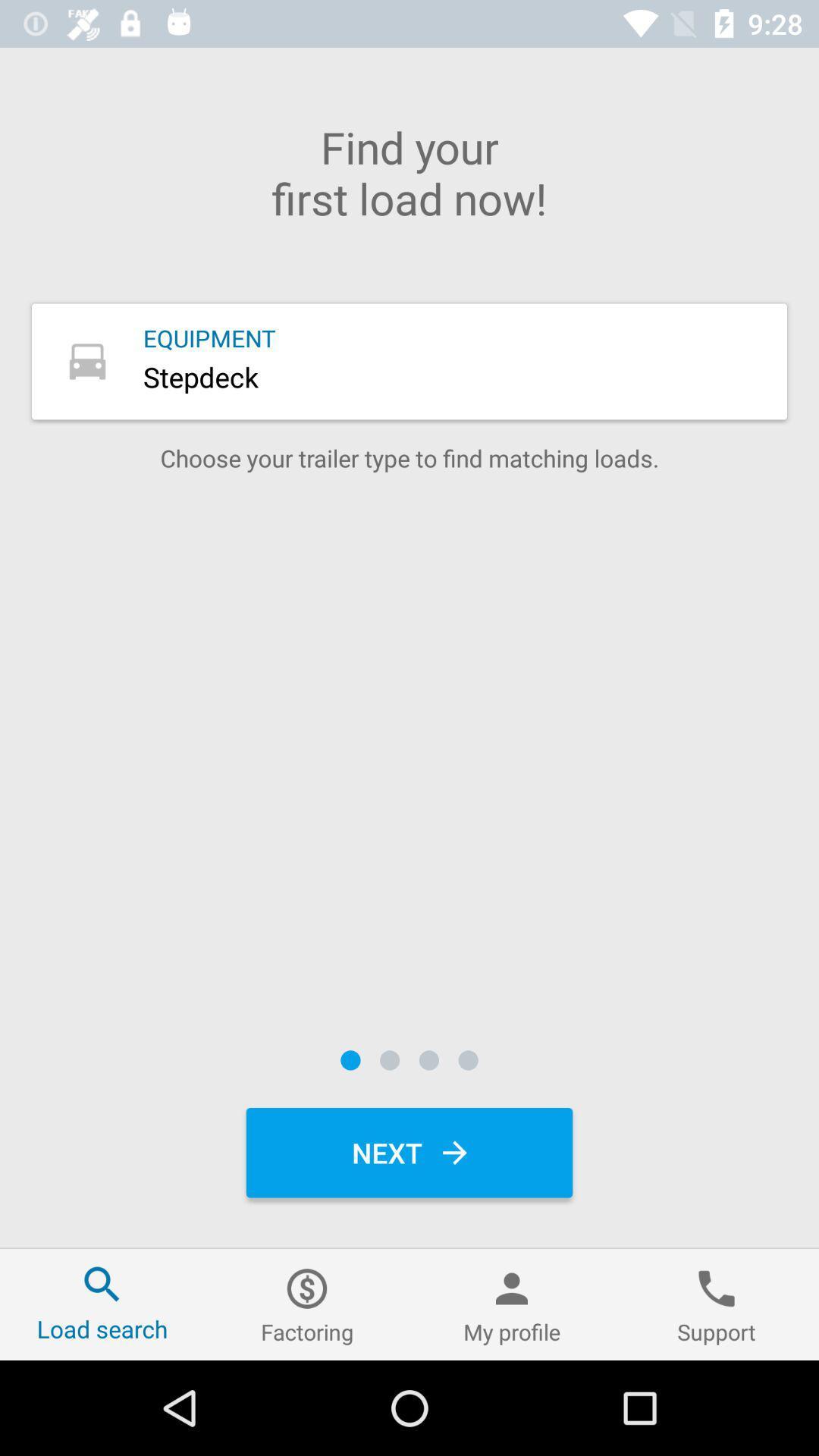  Describe the element at coordinates (717, 1304) in the screenshot. I see `the support item` at that location.